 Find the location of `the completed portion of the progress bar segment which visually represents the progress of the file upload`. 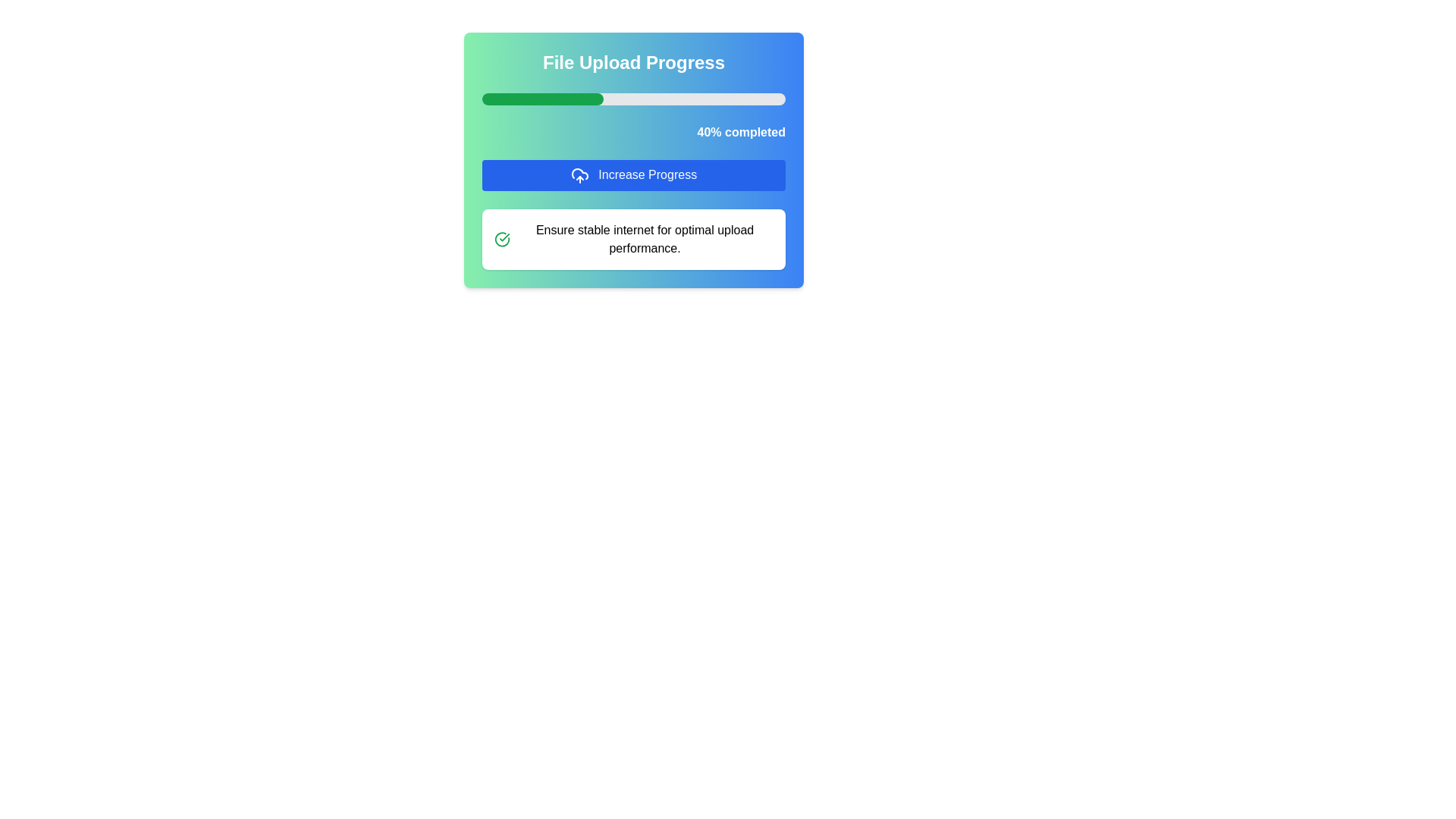

the completed portion of the progress bar segment which visually represents the progress of the file upload is located at coordinates (542, 99).